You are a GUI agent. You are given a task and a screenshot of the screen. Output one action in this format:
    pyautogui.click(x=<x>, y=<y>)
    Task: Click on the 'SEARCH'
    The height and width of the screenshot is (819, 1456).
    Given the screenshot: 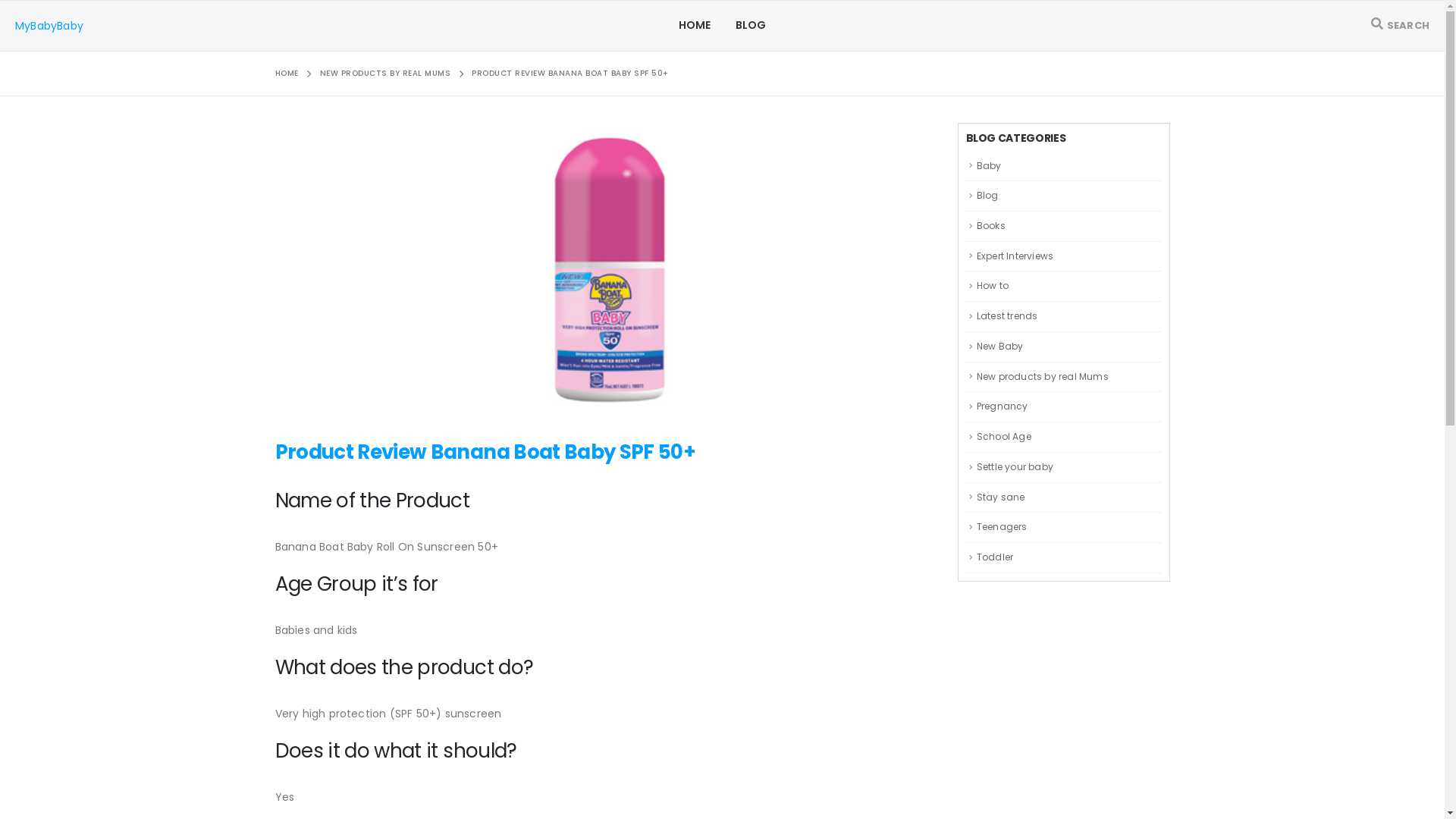 What is the action you would take?
    pyautogui.click(x=1399, y=25)
    